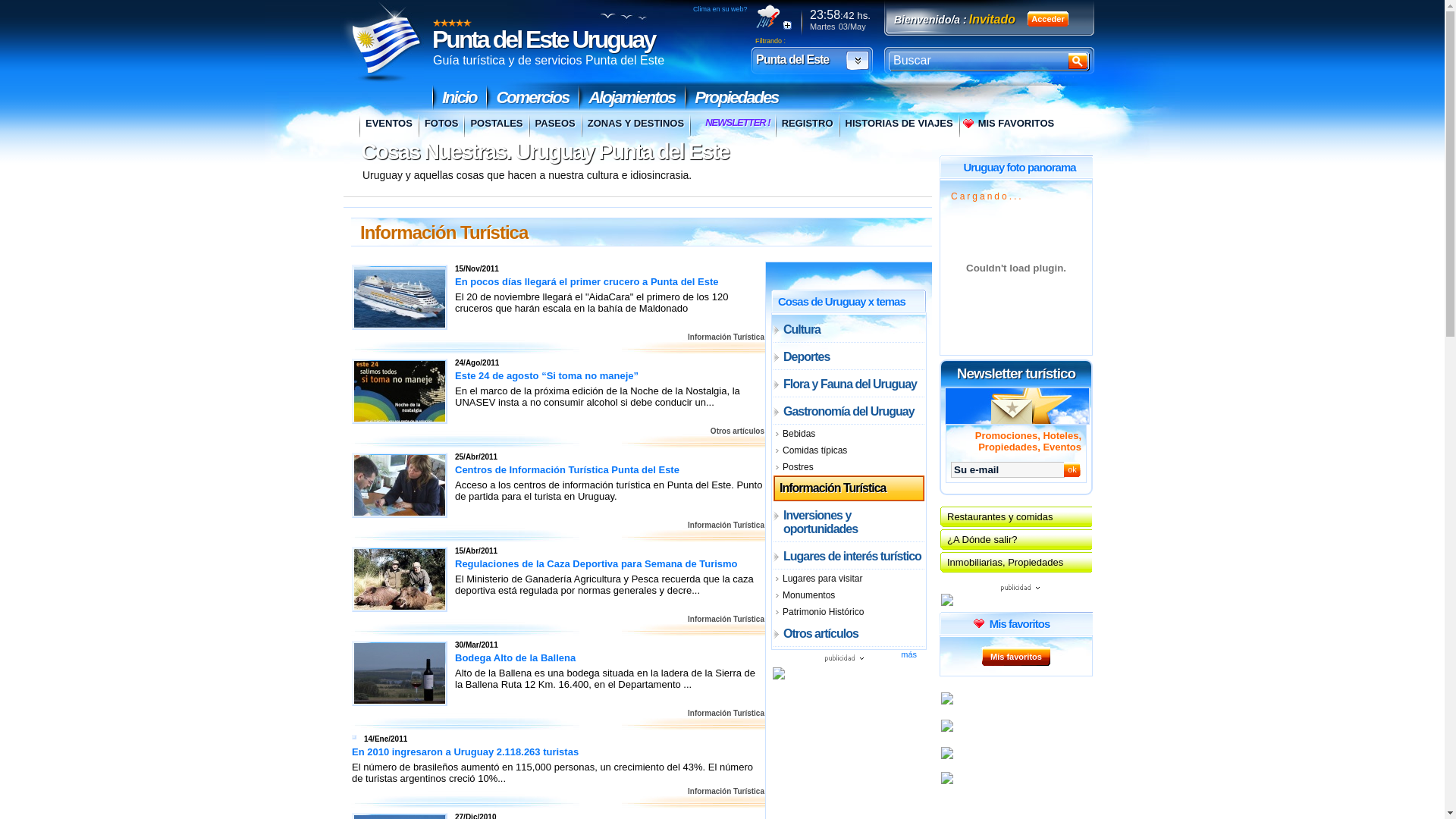  Describe the element at coordinates (1015, 516) in the screenshot. I see `'Restaurantes y comidas'` at that location.